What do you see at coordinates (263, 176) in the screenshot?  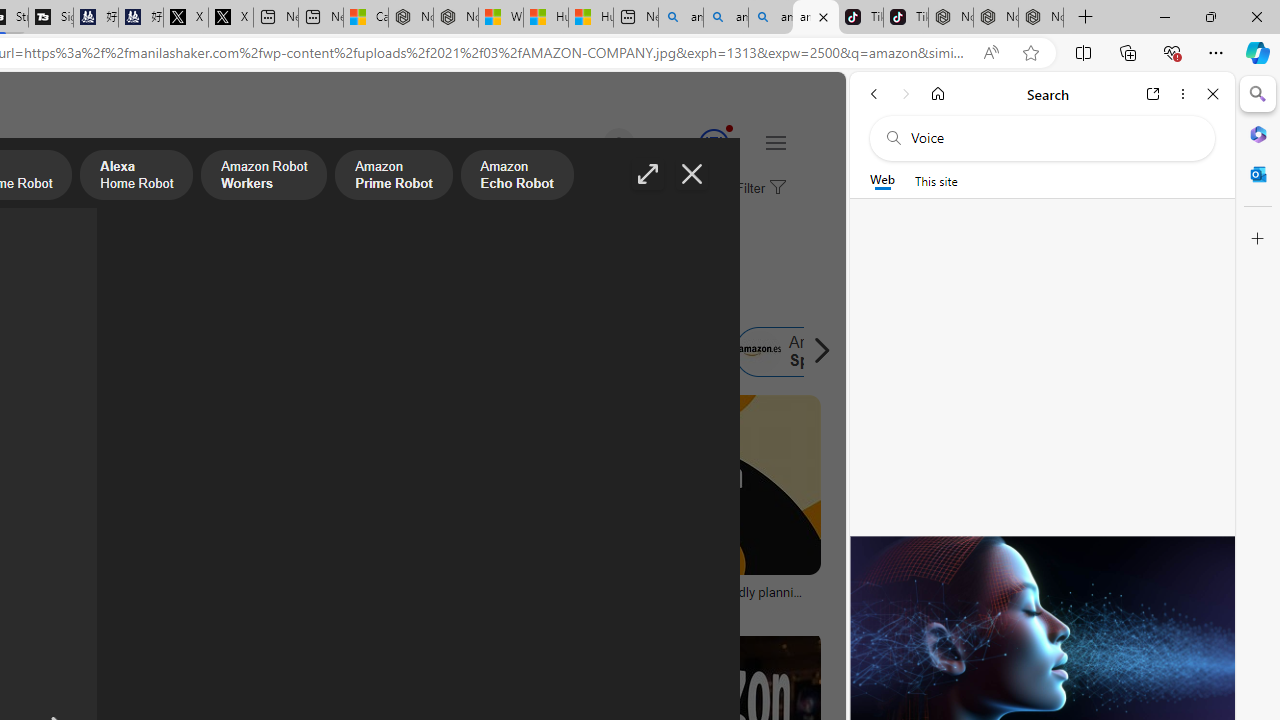 I see `'Amazon Robot Workers'` at bounding box center [263, 176].